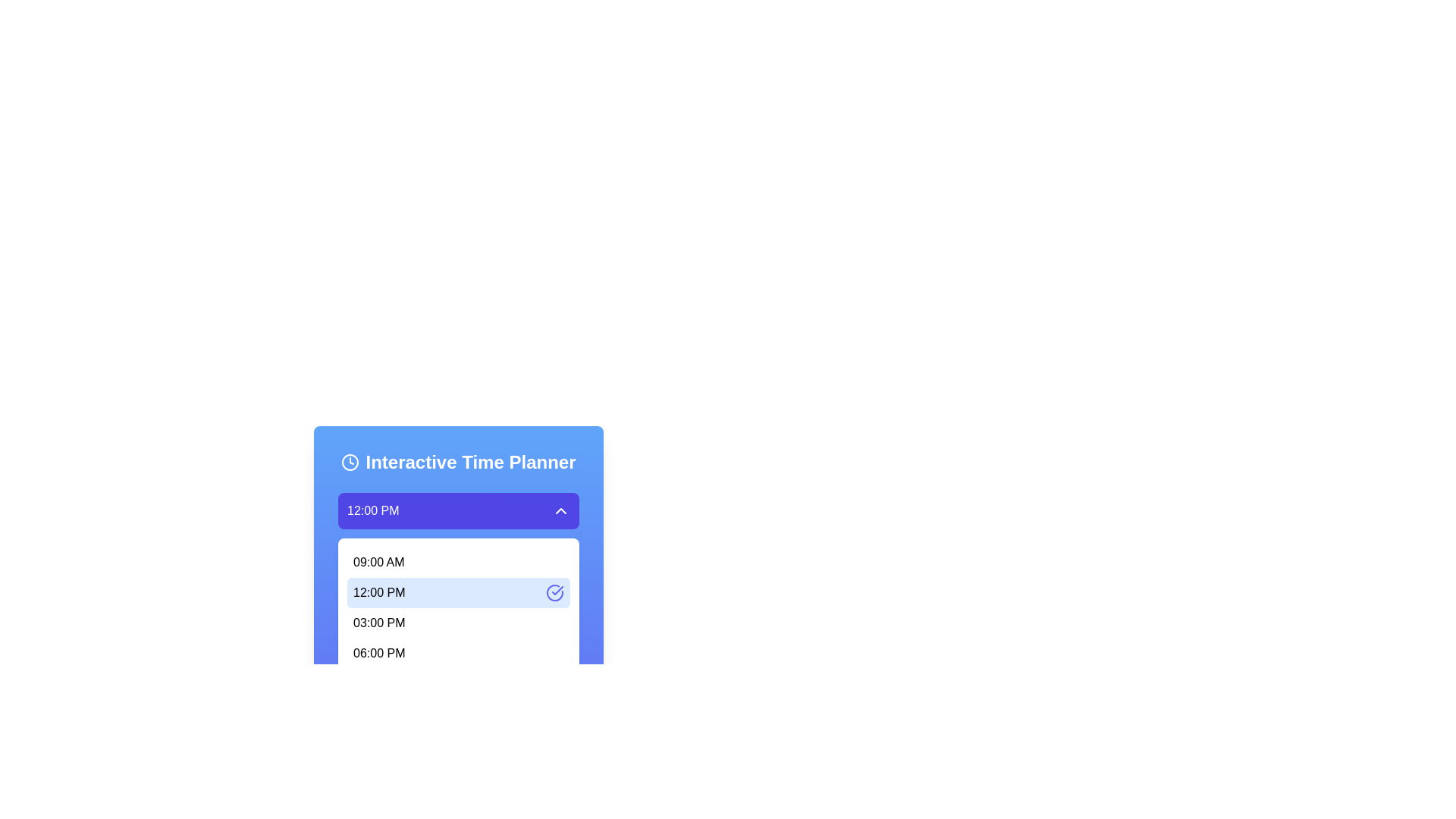 This screenshot has width=1456, height=819. Describe the element at coordinates (457, 461) in the screenshot. I see `the header text 'Interactive Time Planner' with the accompanying clock icon, which is prominently displayed at the top of the content in a card-like layout` at that location.